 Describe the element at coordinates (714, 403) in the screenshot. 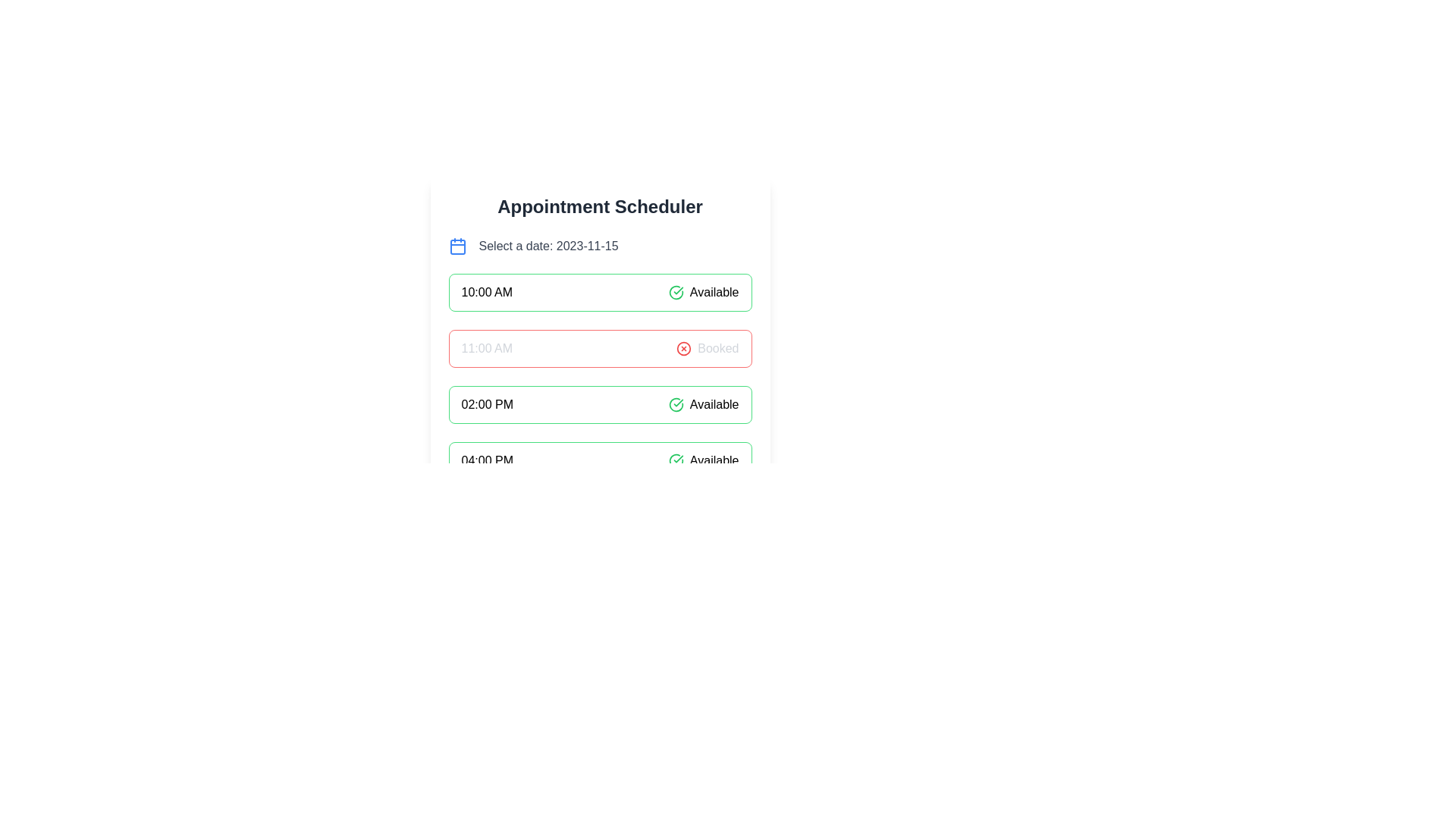

I see `the text label displaying 'Available', which is located to the right of a green check icon and aligned with the '02:00 PM' time slot in the appointment scheduler interface` at that location.